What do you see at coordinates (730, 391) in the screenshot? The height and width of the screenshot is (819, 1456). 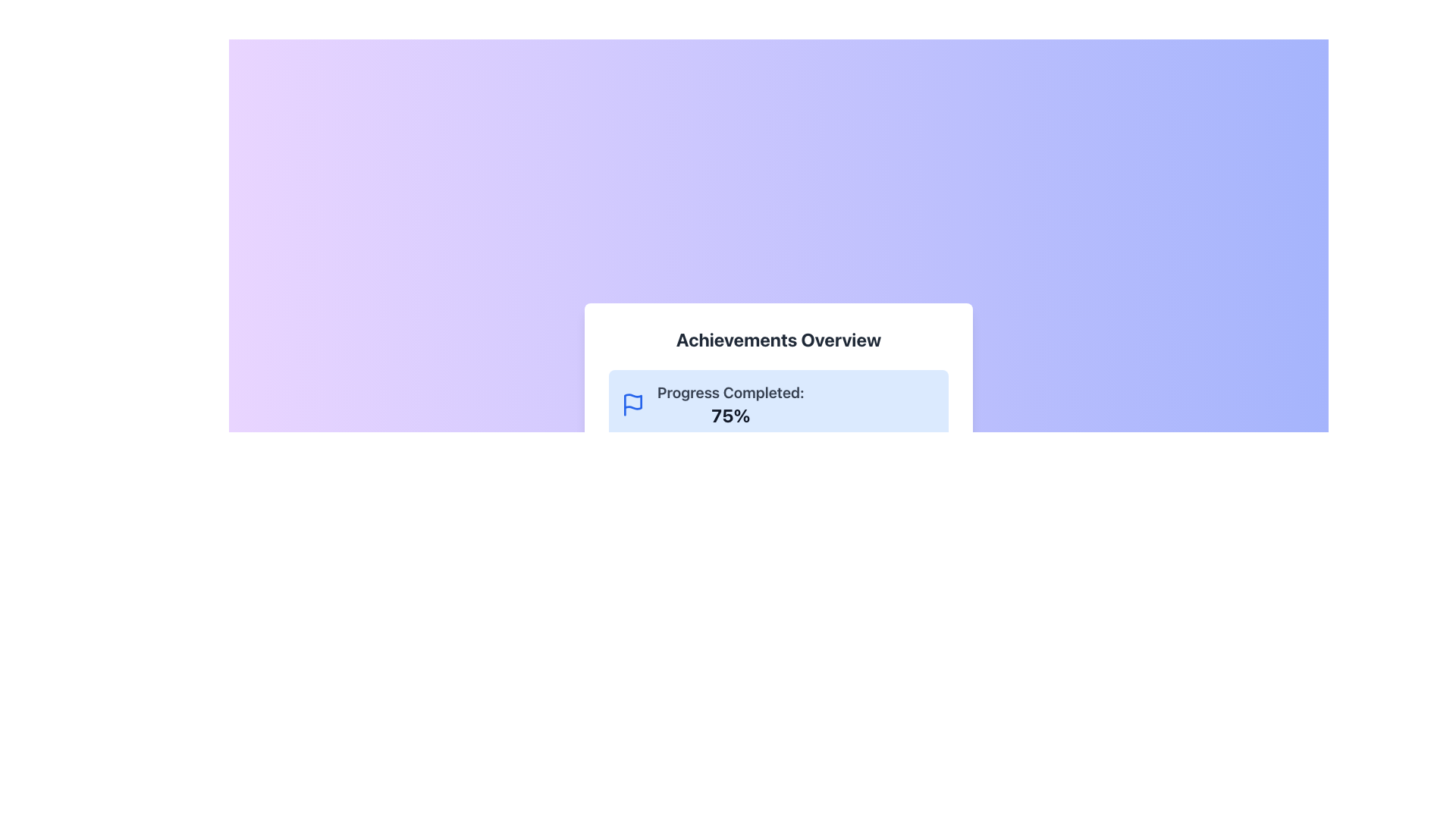 I see `the Text Label indicating the context or description of the numerical value '75%' in the 'Achievements Overview' card` at bounding box center [730, 391].